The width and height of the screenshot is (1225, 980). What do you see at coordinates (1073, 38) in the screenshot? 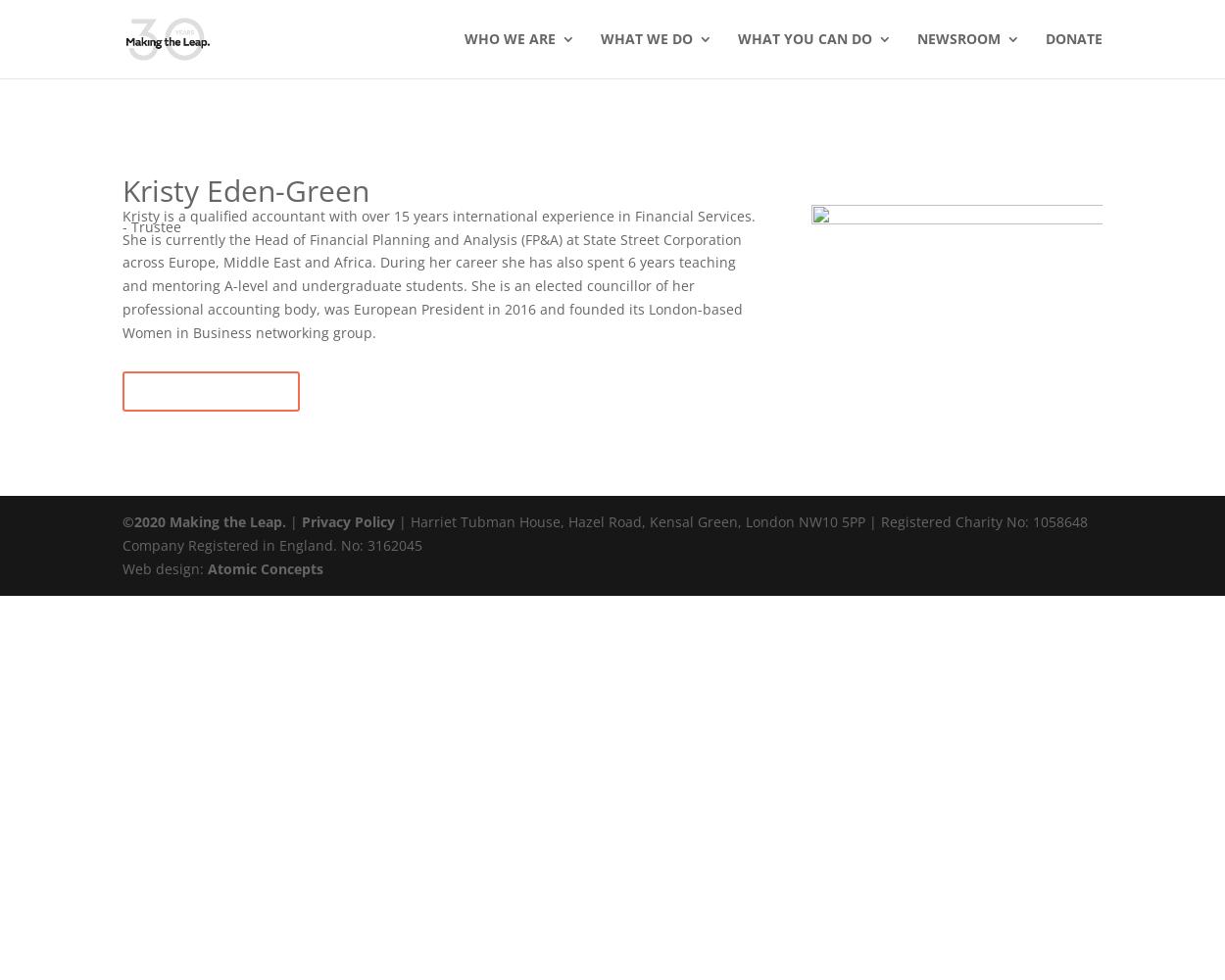
I see `'DONATE'` at bounding box center [1073, 38].